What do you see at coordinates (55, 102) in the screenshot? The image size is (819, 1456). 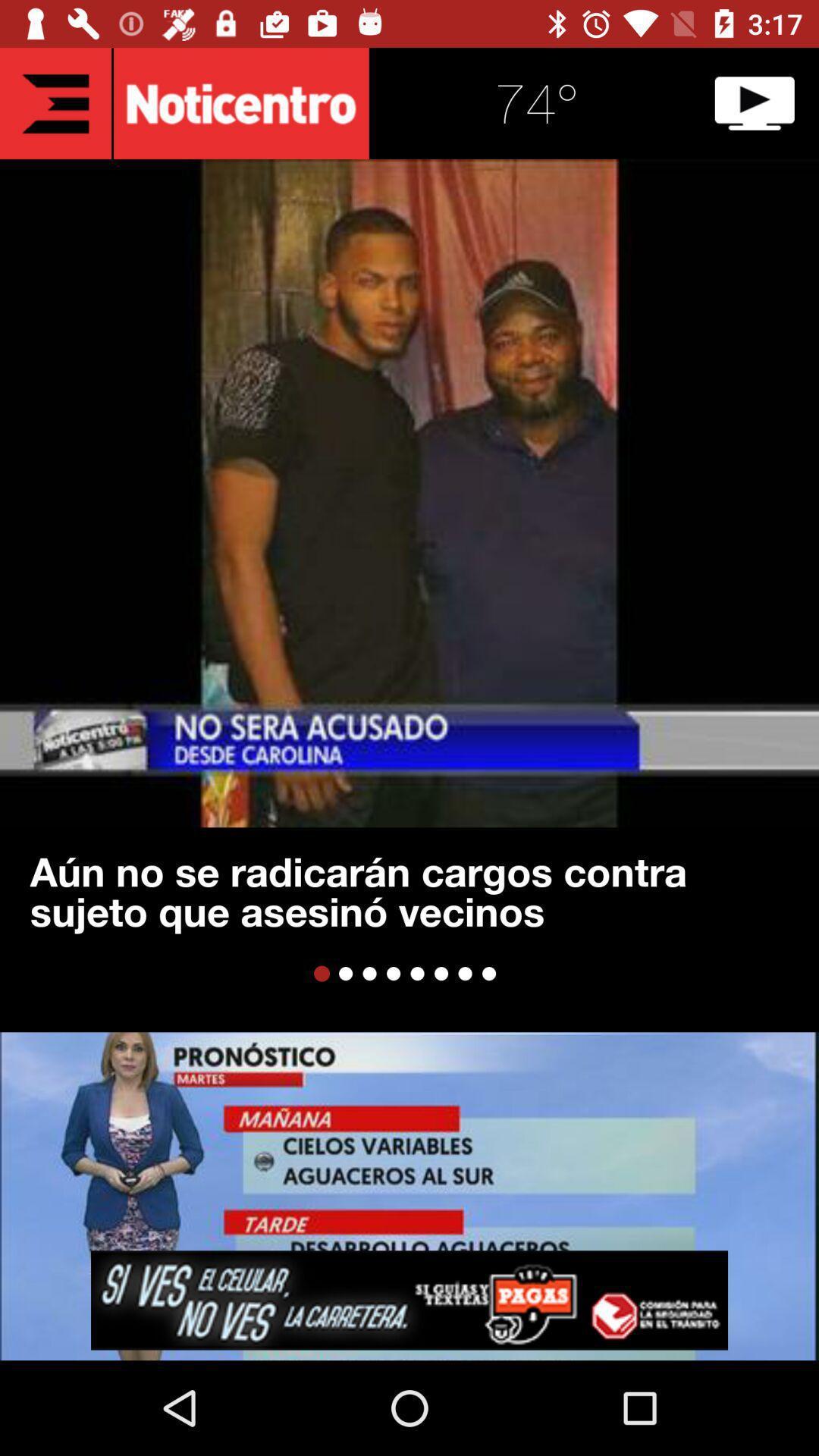 I see `notes` at bounding box center [55, 102].